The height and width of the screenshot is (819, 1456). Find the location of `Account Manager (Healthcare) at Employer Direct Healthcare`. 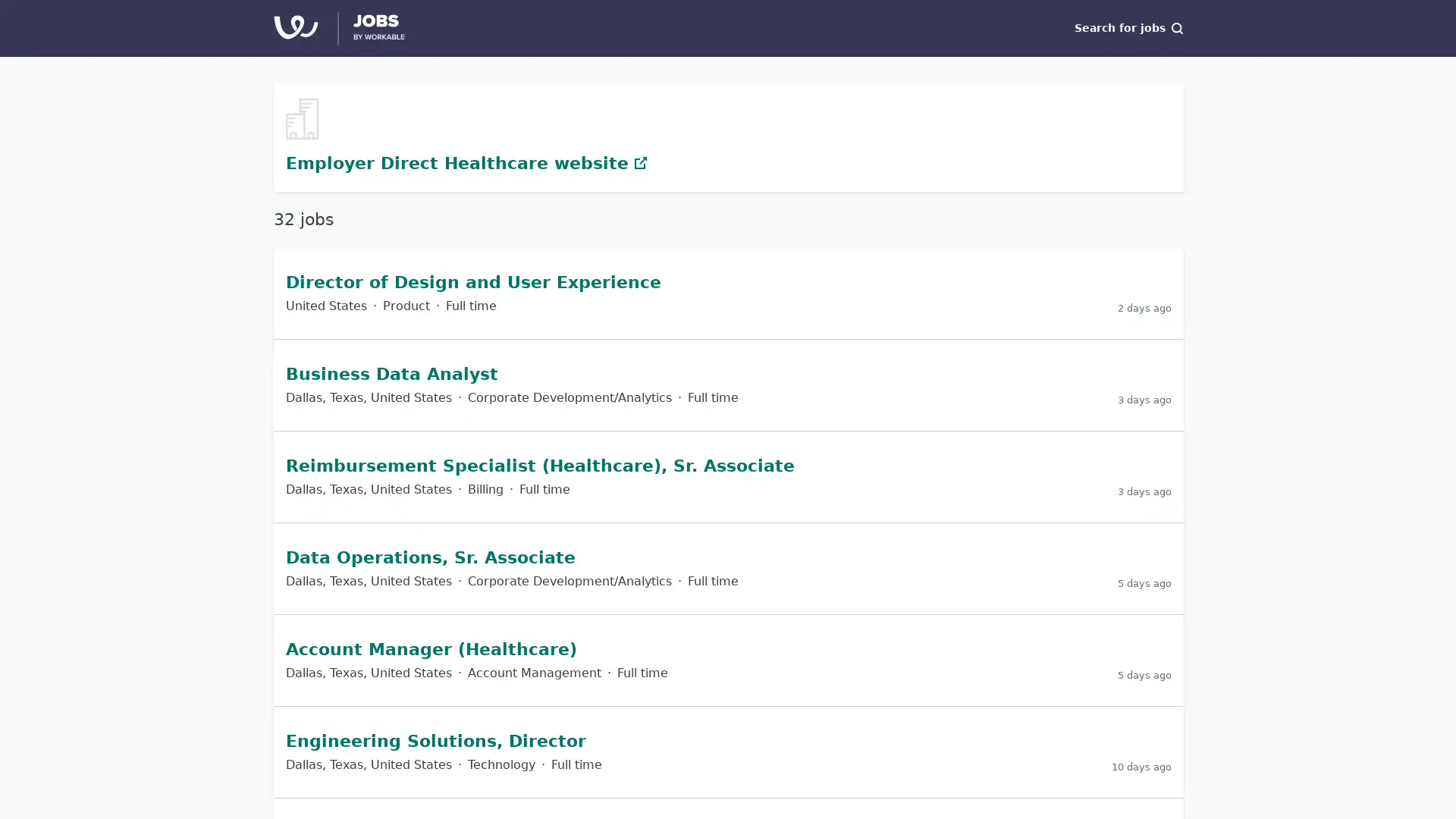

Account Manager (Healthcare) at Employer Direct Healthcare is located at coordinates (728, 659).